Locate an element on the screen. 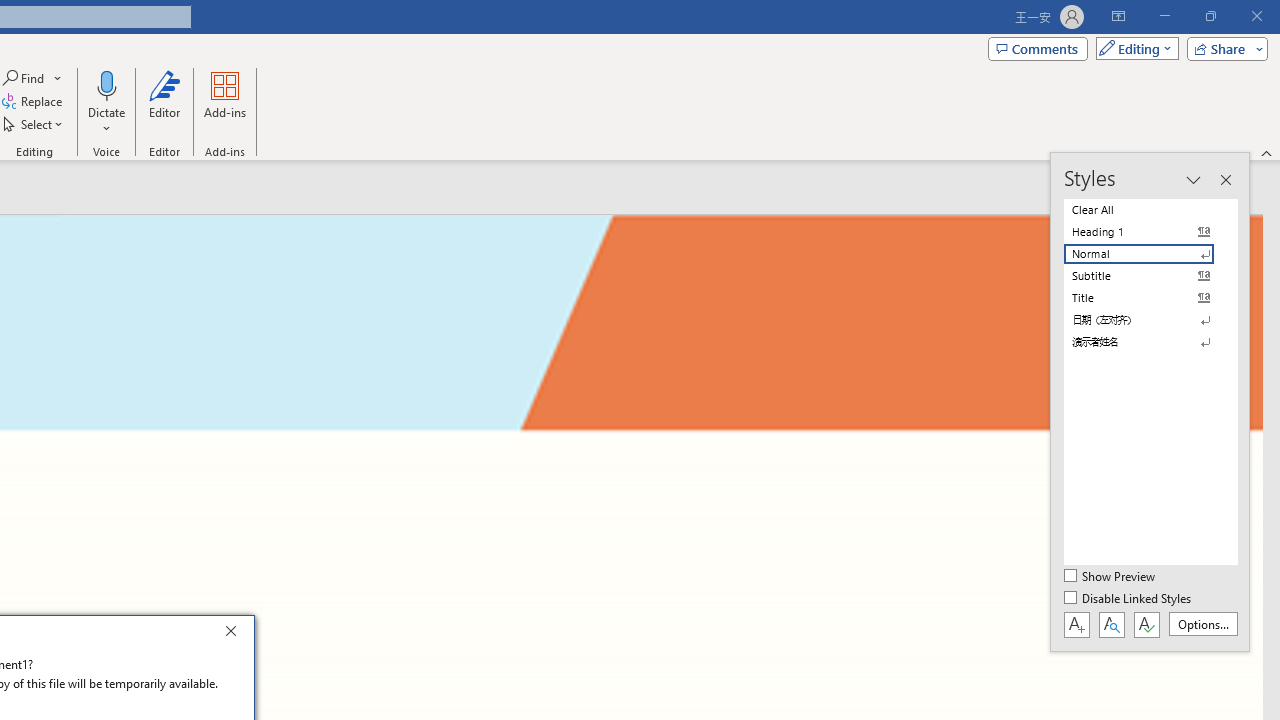 The width and height of the screenshot is (1280, 720). 'Title' is located at coordinates (1150, 298).